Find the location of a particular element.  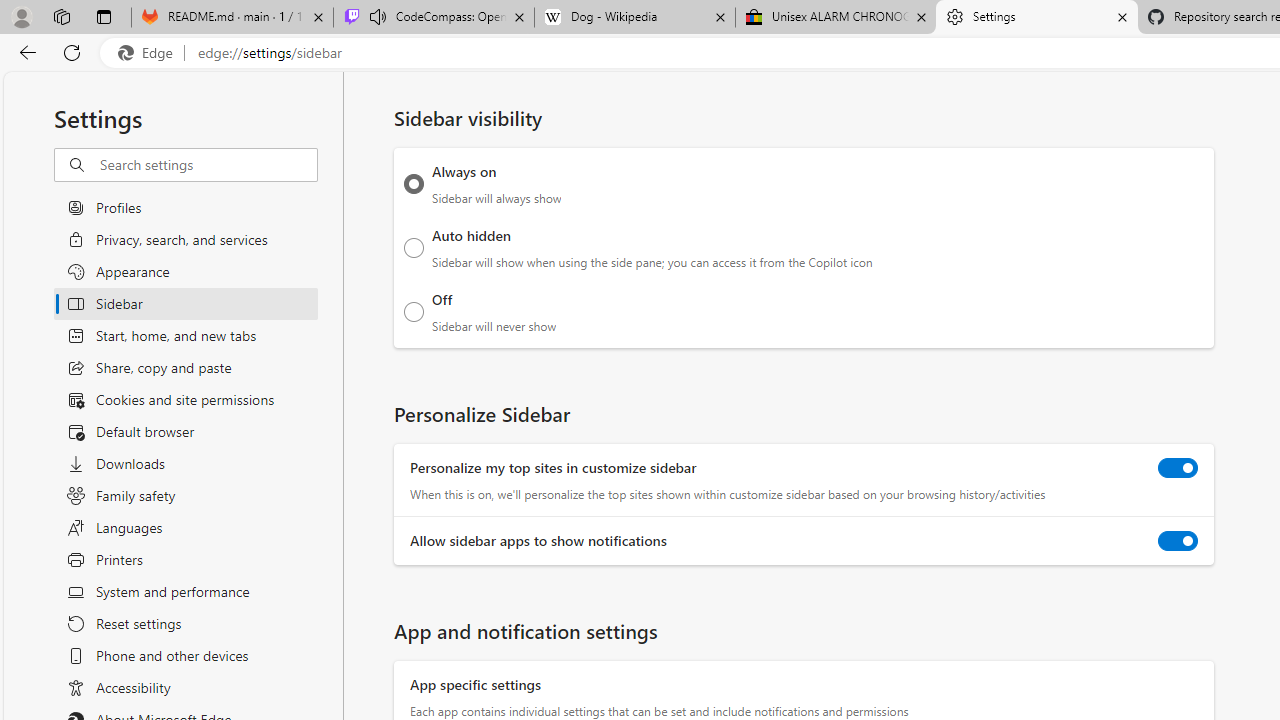

'Dog - Wikipedia' is located at coordinates (633, 17).